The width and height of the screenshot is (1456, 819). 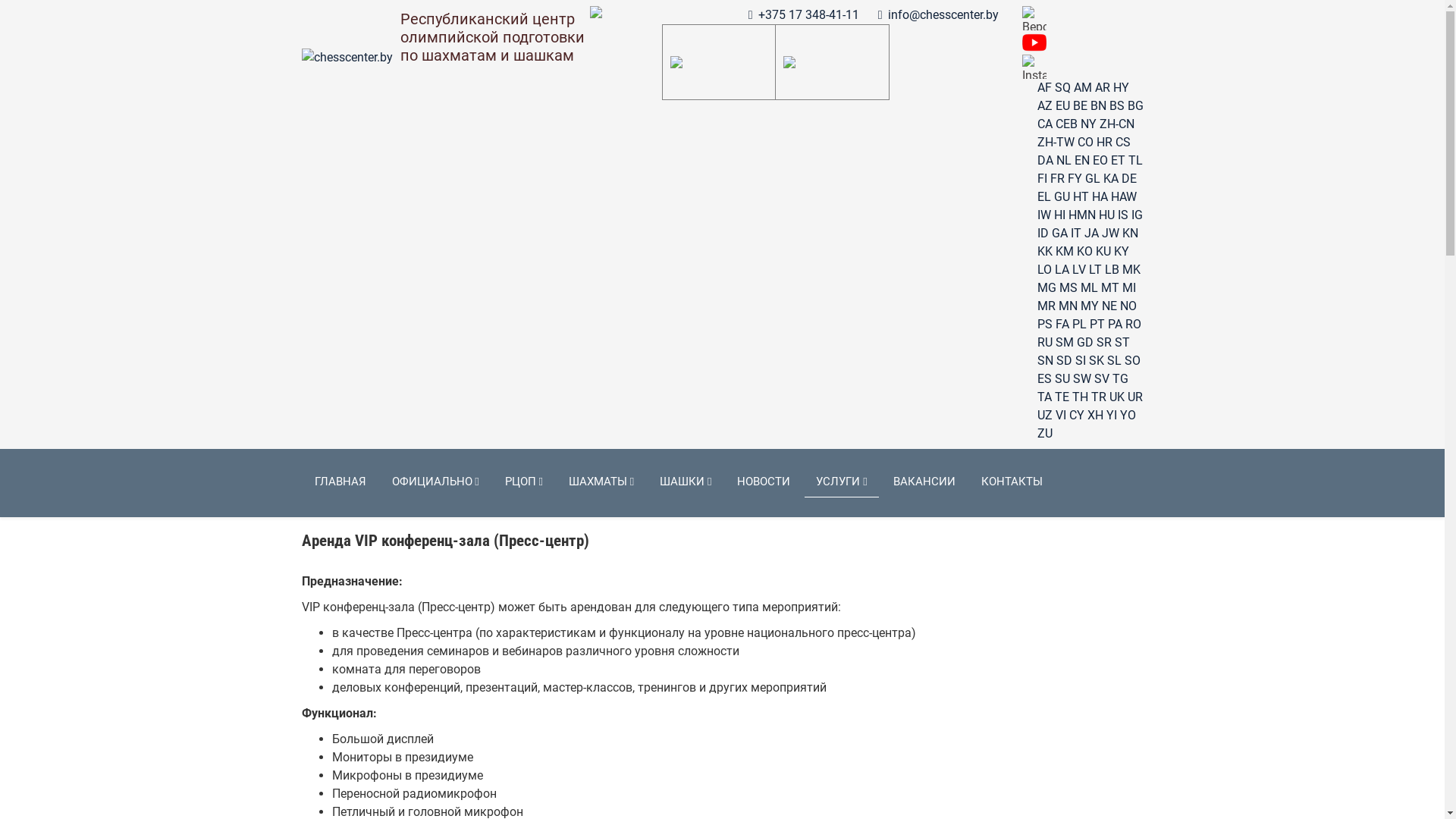 I want to click on 'CEB', so click(x=1065, y=123).